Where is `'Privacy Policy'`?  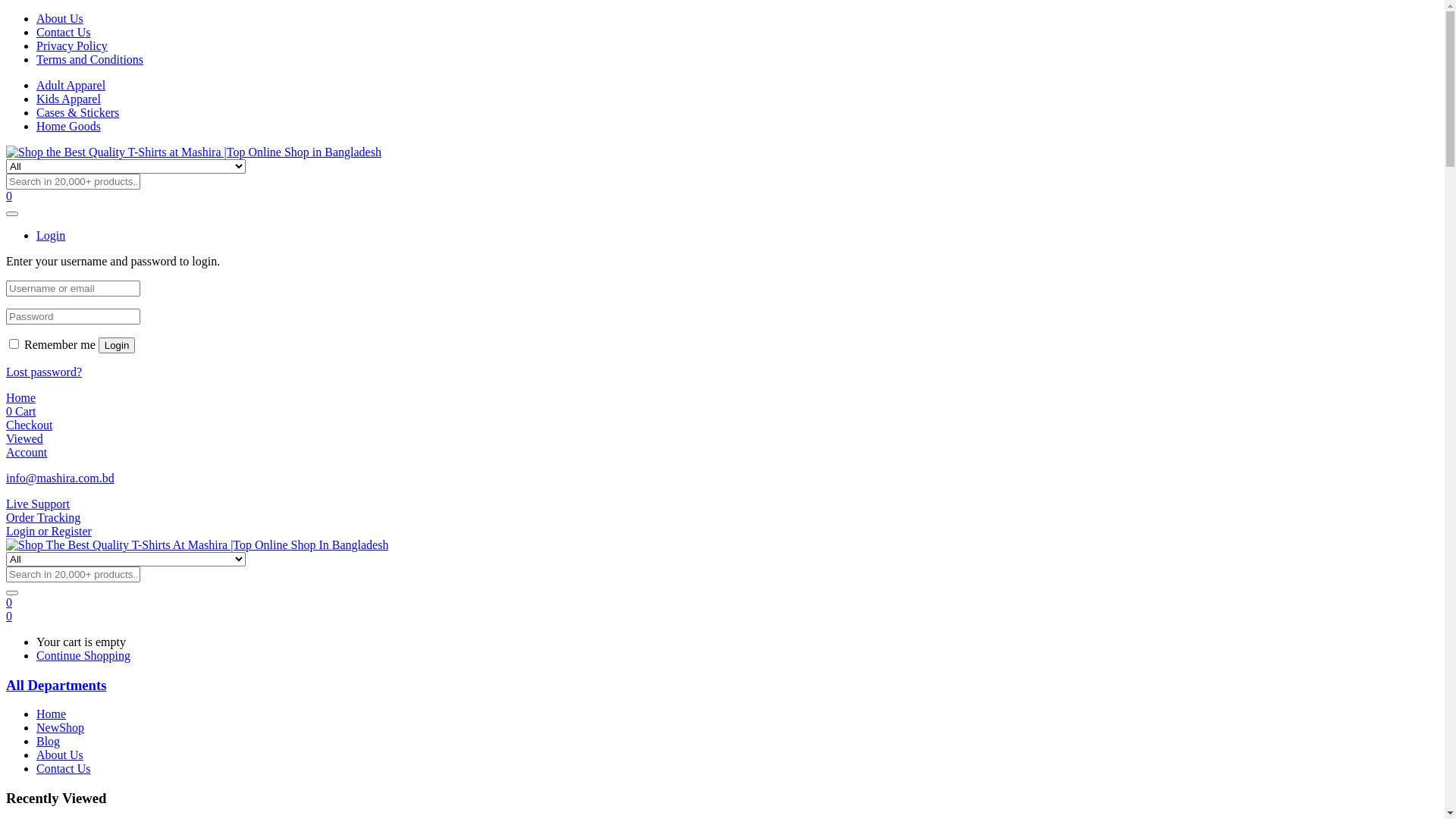
'Privacy Policy' is located at coordinates (71, 45).